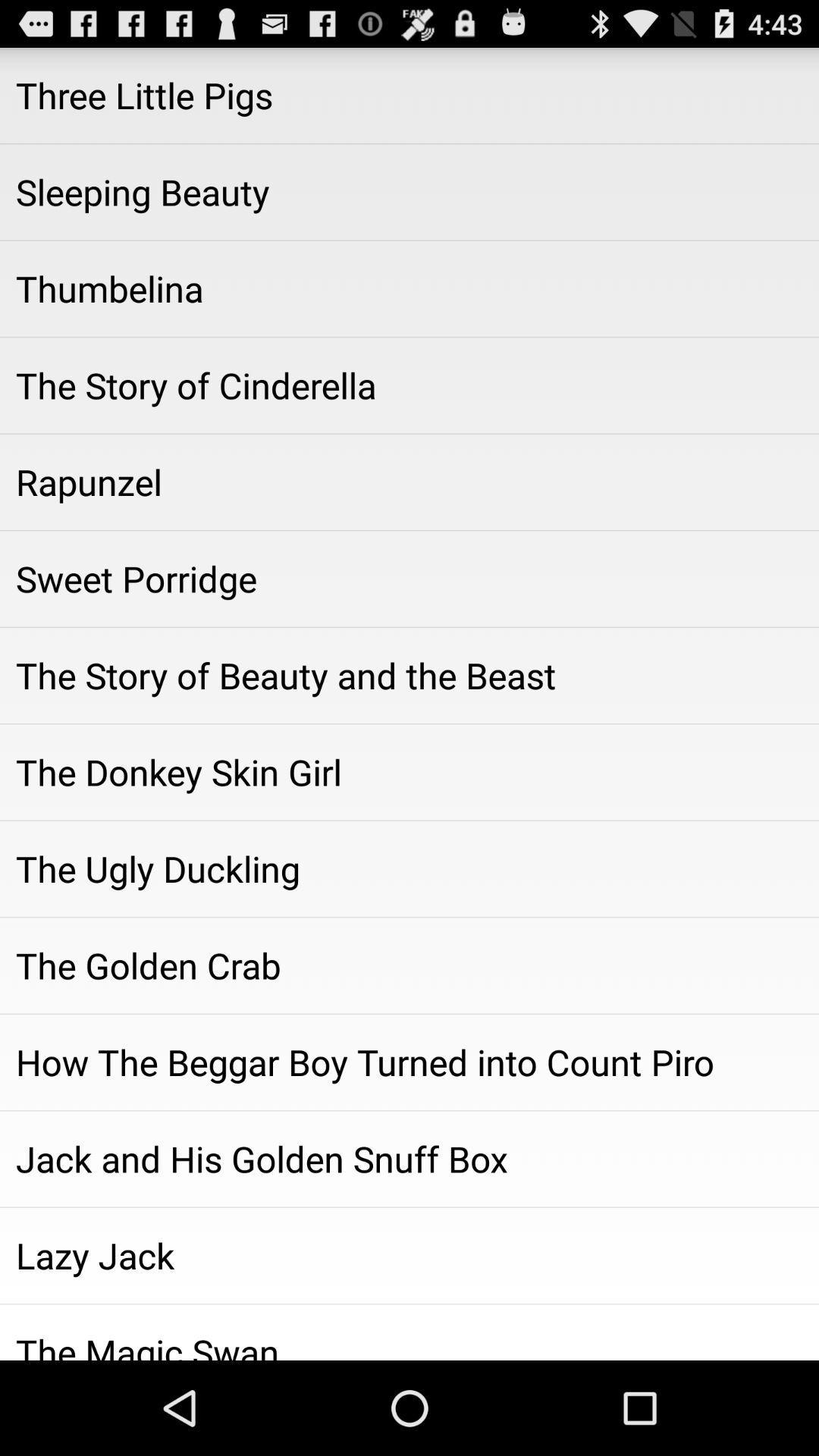 Image resolution: width=819 pixels, height=1456 pixels. Describe the element at coordinates (409, 191) in the screenshot. I see `the icon above thumbelina` at that location.